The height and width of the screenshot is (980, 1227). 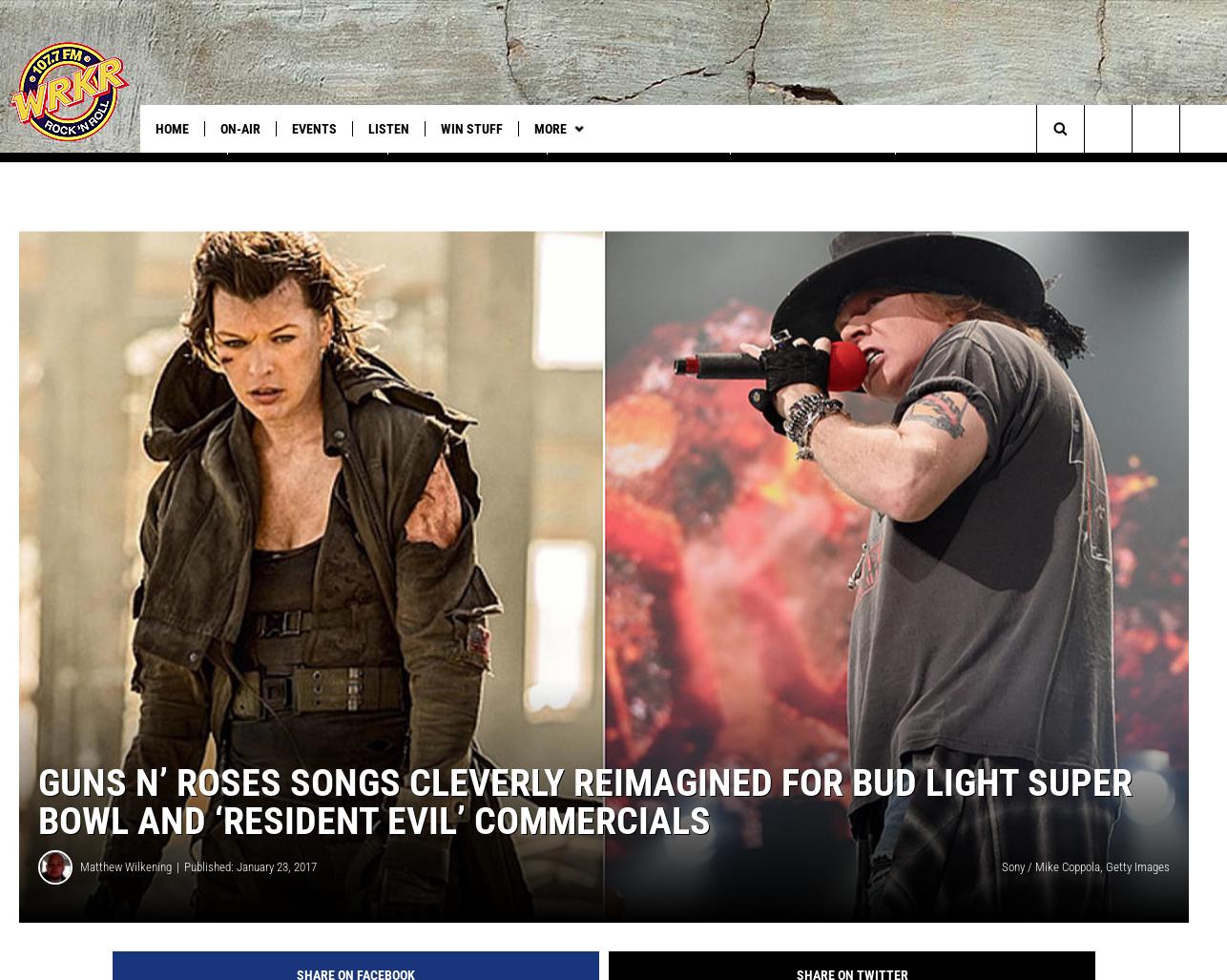 I want to click on 'TSO in Philly', so click(x=174, y=167).